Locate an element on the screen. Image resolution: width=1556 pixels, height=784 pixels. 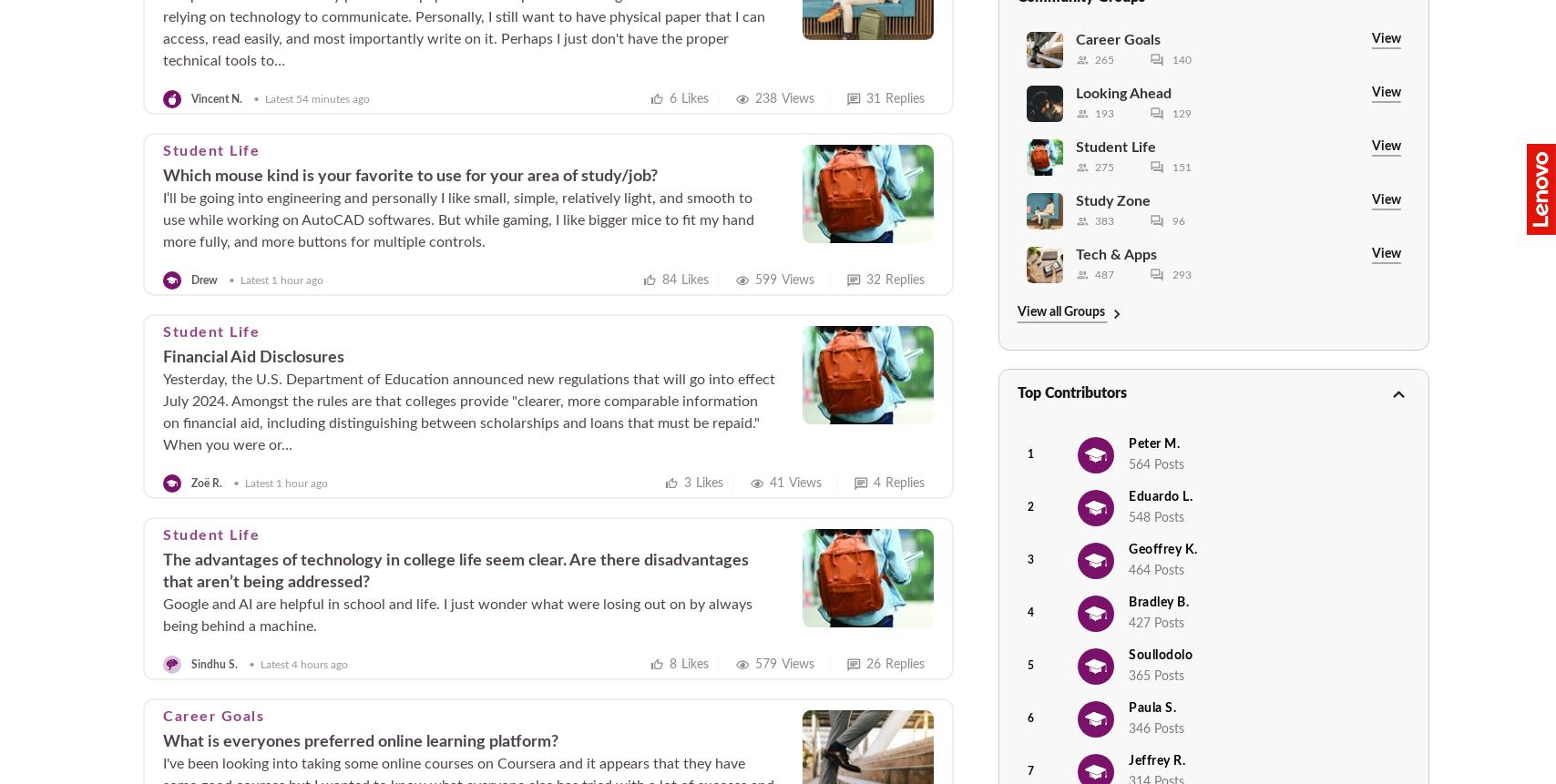
'4' is located at coordinates (1027, 612).